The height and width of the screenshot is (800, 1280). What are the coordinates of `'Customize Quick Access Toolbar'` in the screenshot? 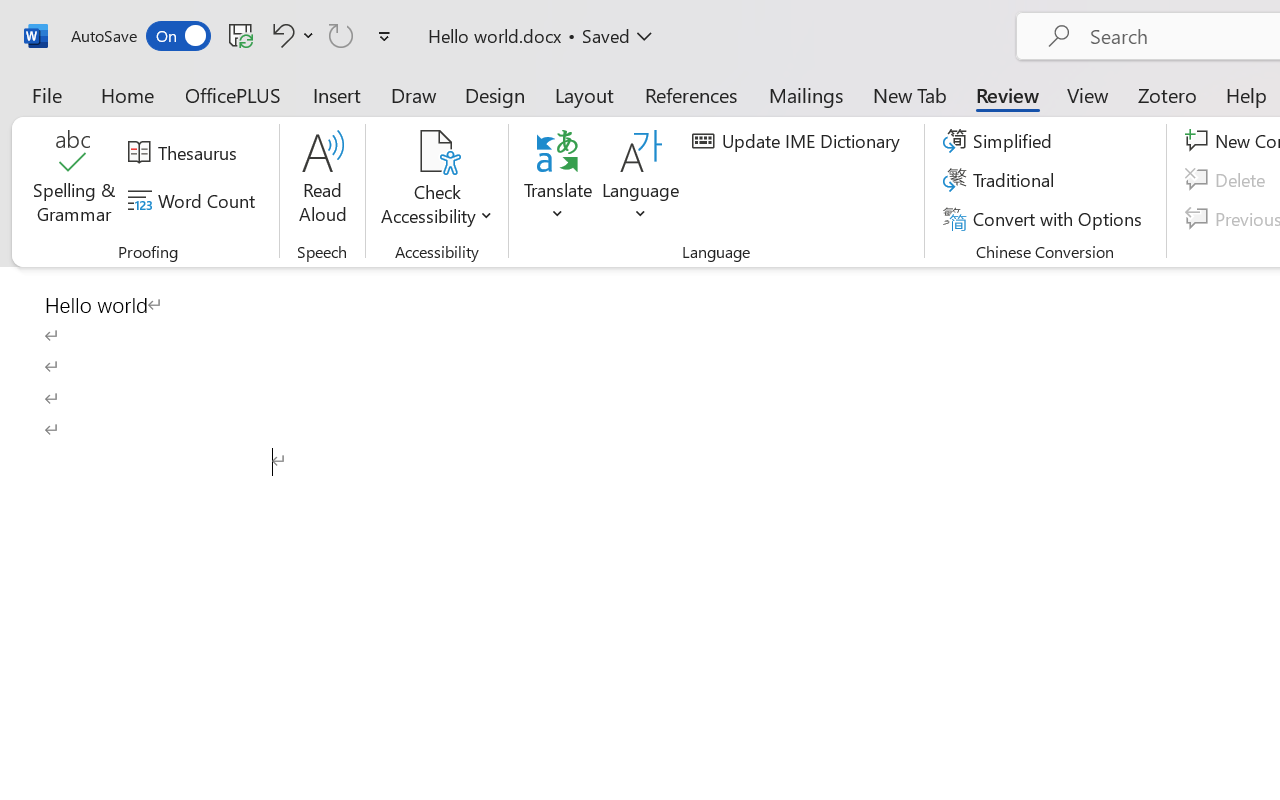 It's located at (384, 35).